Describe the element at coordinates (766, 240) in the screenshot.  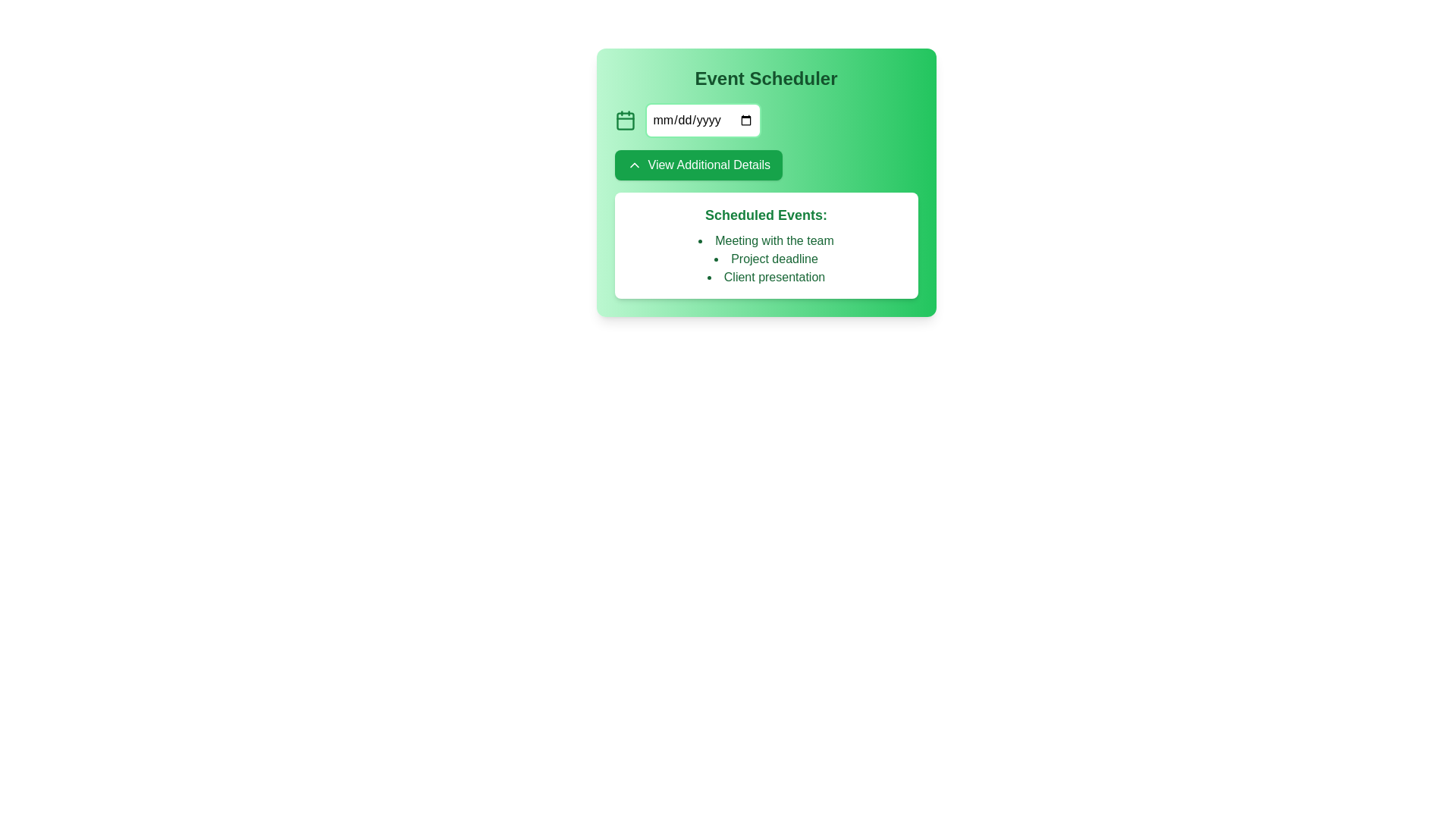
I see `the first list item displaying 'Meeting with the team' in bold green styling within the 'Scheduled Events' section` at that location.